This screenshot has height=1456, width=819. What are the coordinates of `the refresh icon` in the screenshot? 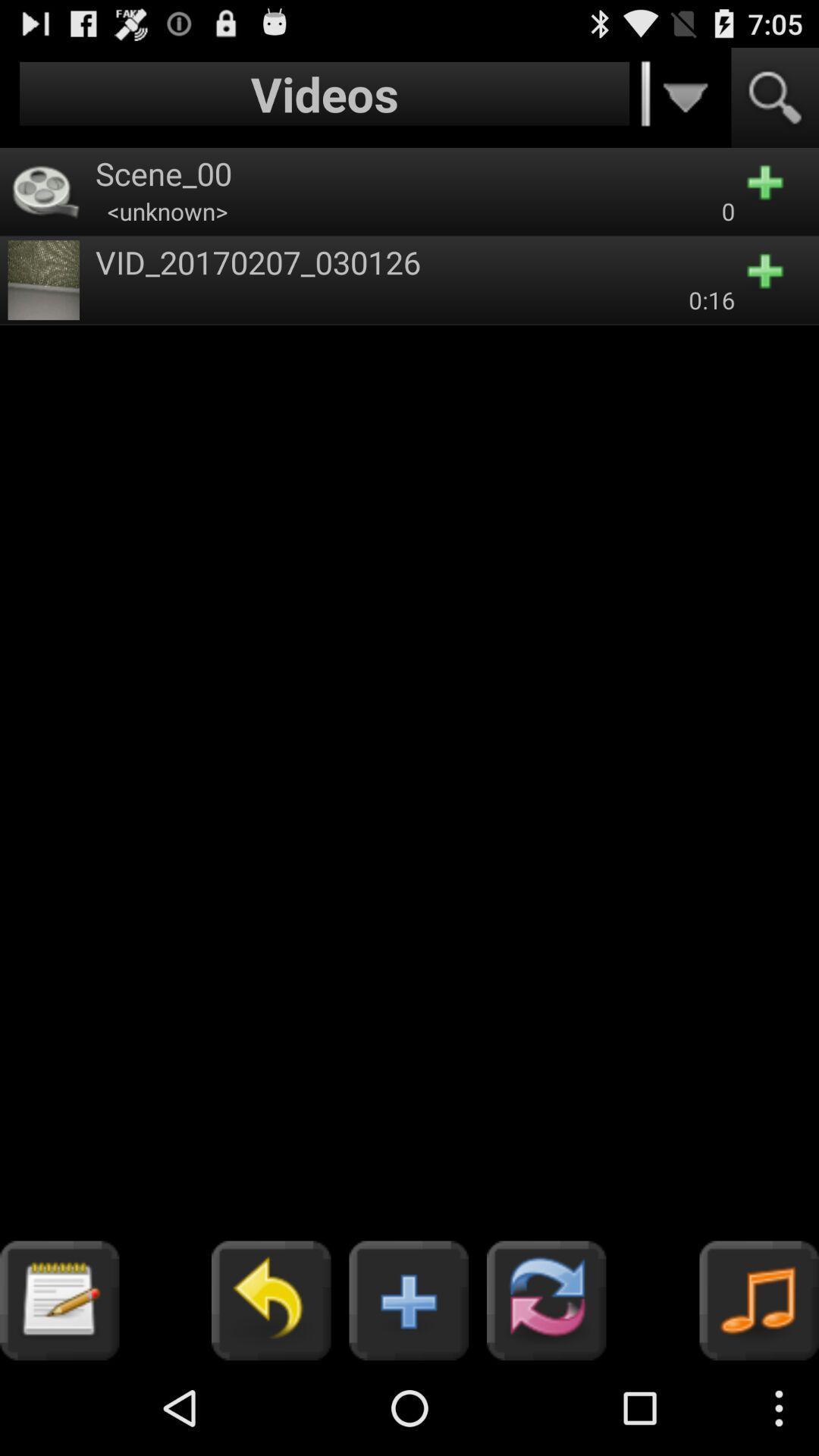 It's located at (546, 1392).